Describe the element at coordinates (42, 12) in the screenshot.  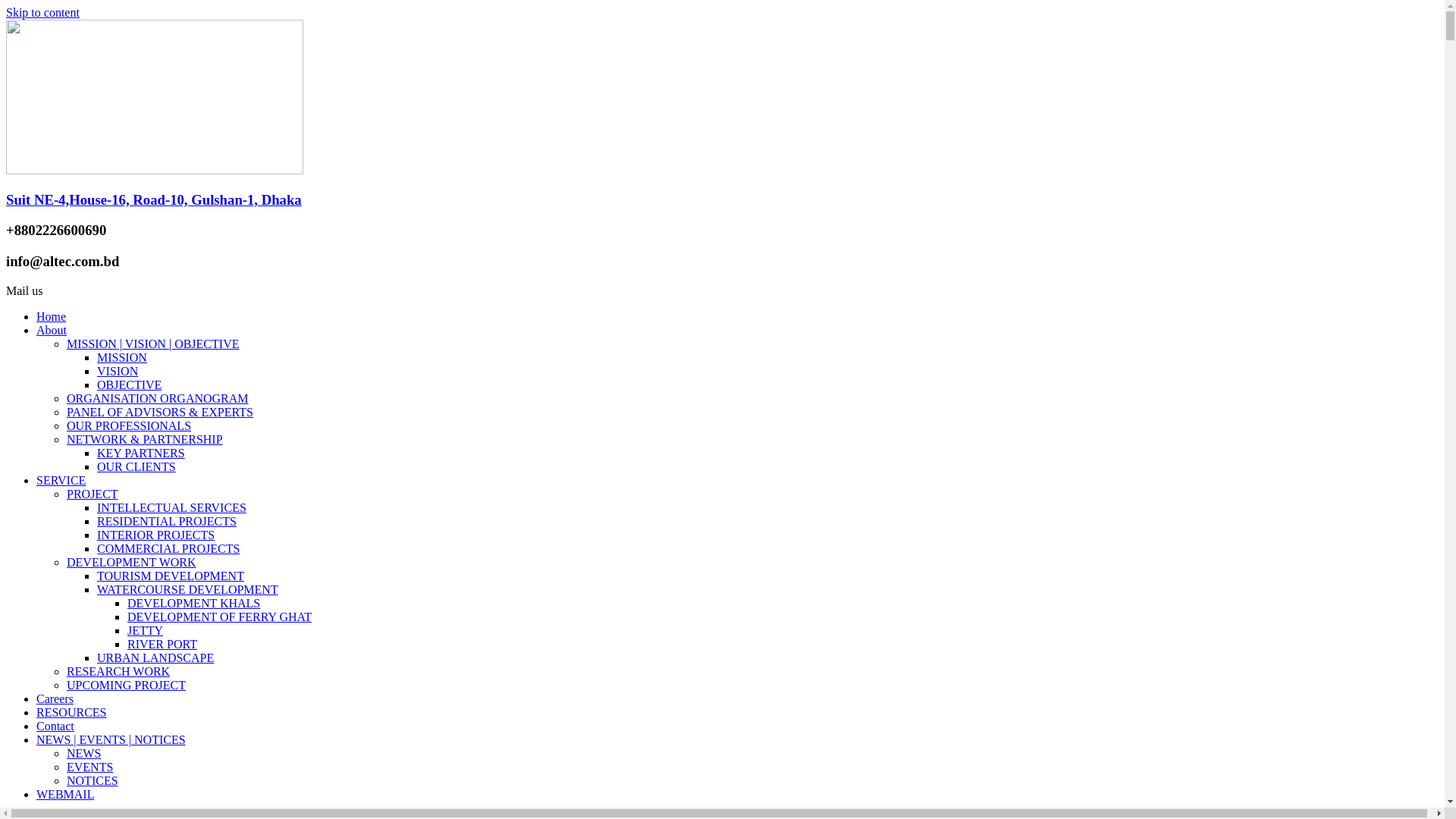
I see `'Skip to content'` at that location.